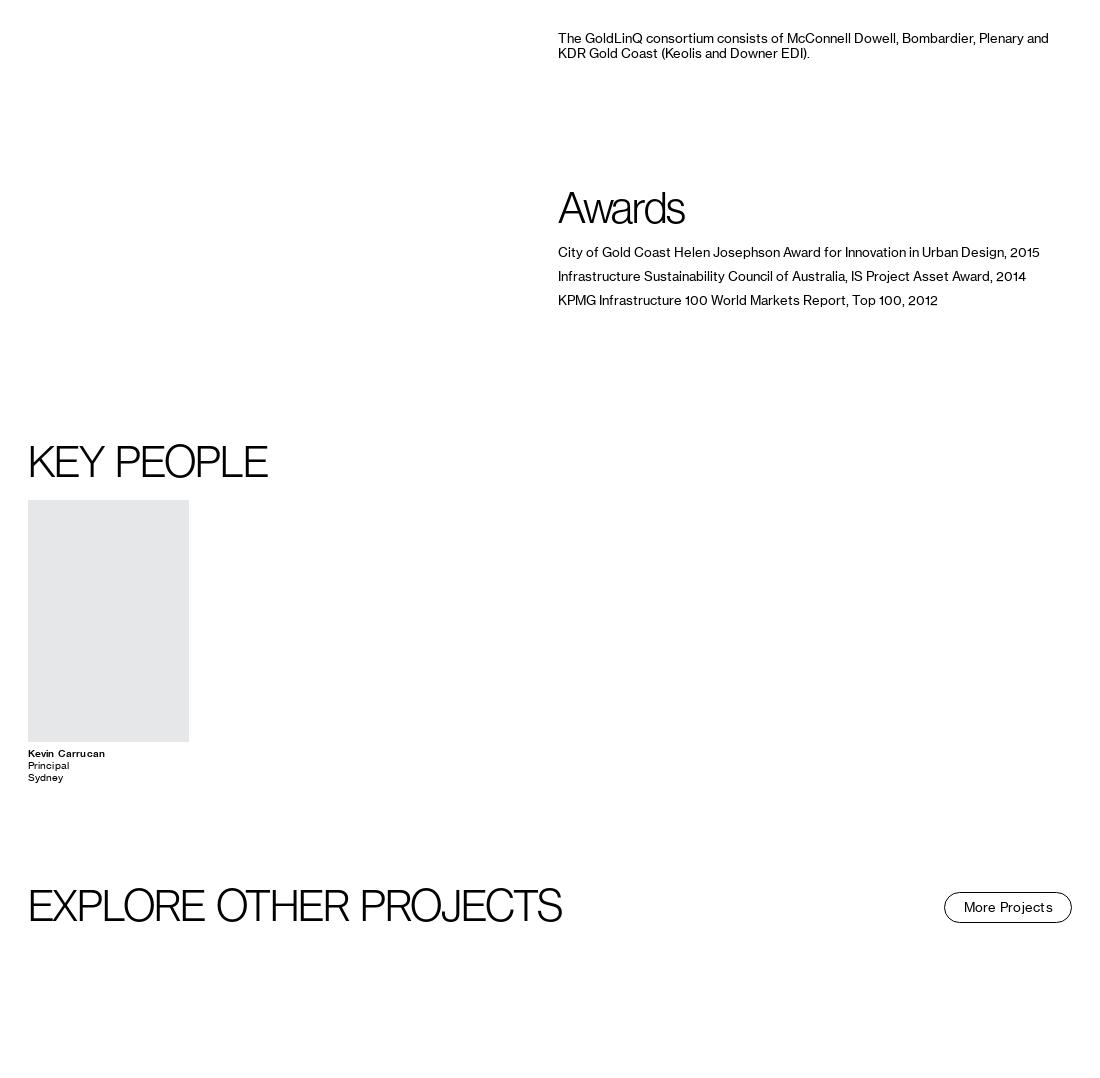 This screenshot has height=1078, width=1100. Describe the element at coordinates (556, 275) in the screenshot. I see `'Infrastructure Sustainability Council of Australia, IS Project Asset Award, 2014'` at that location.